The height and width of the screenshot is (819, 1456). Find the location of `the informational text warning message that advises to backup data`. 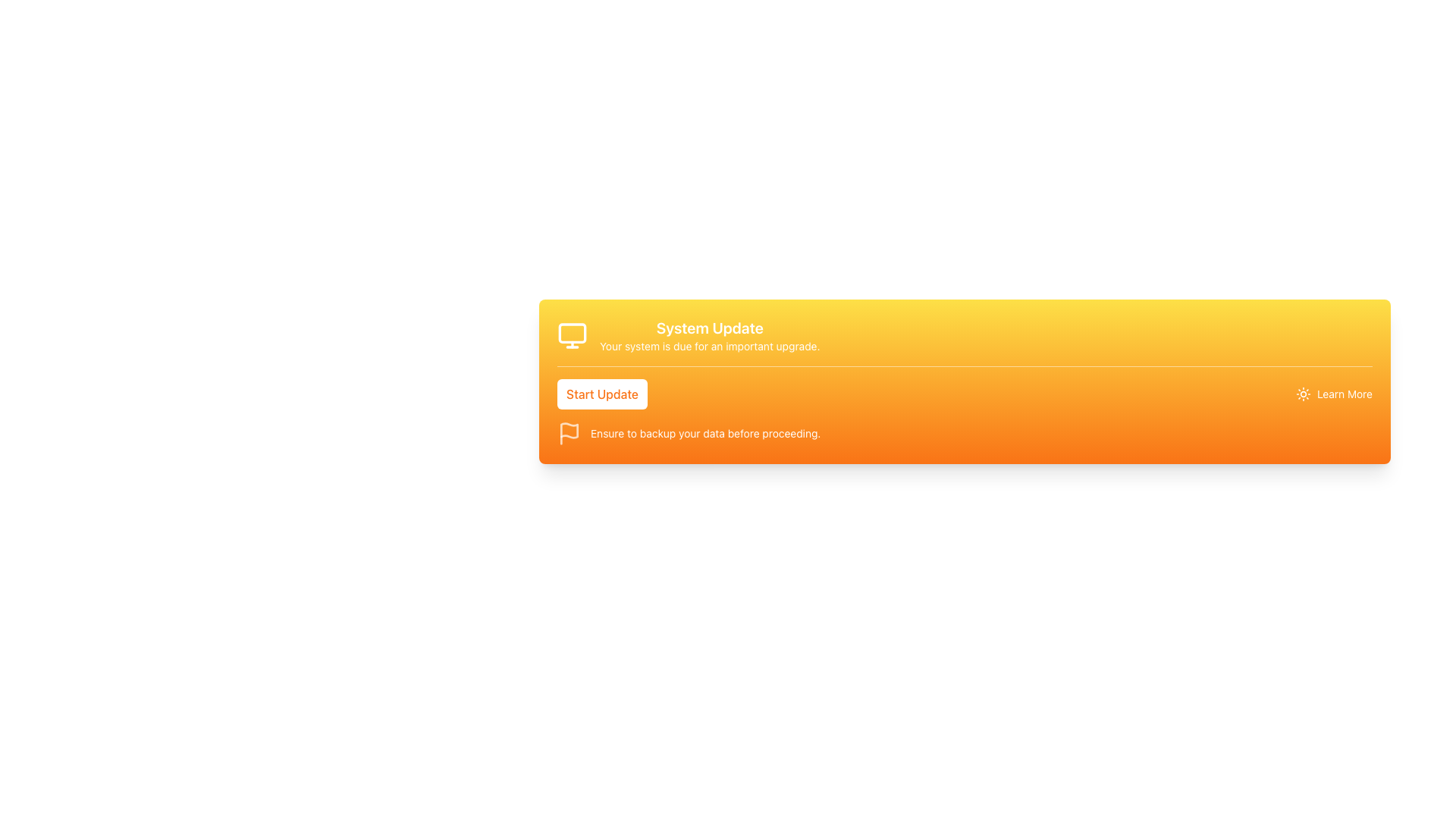

the informational text warning message that advises to backup data is located at coordinates (688, 433).